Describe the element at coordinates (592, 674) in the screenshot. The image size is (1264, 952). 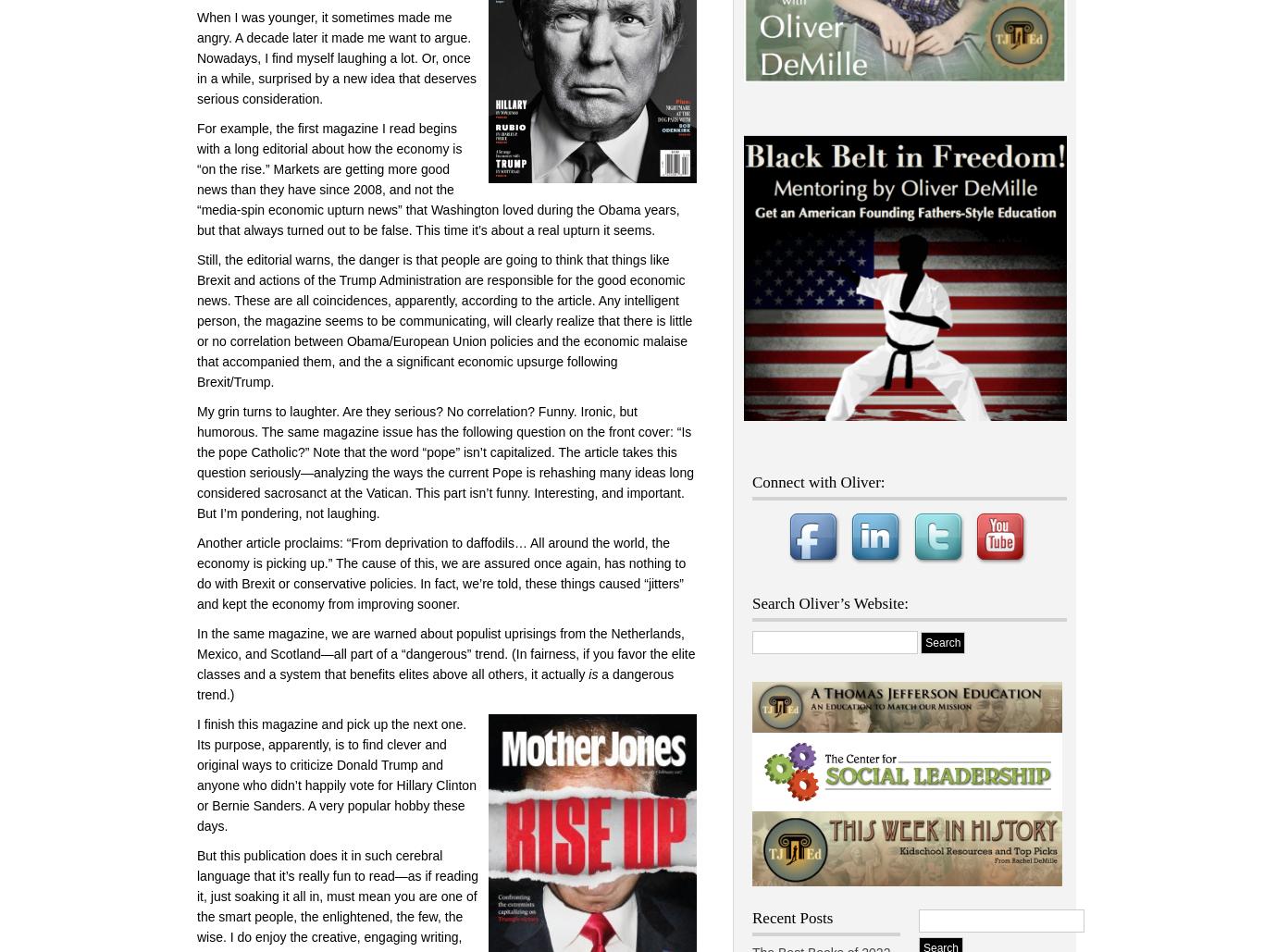
I see `'is'` at that location.